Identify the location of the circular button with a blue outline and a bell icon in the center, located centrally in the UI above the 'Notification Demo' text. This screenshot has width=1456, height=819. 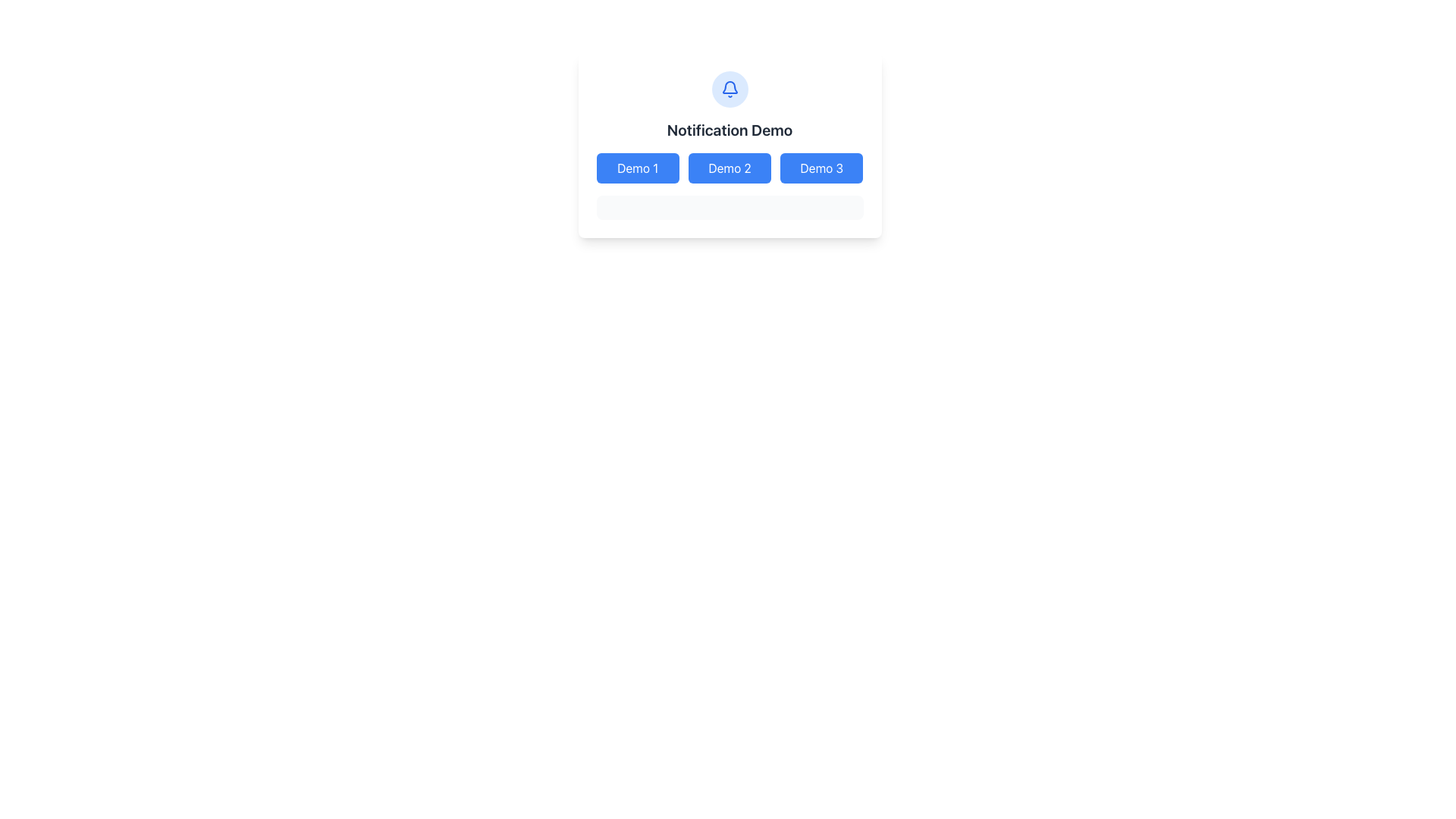
(730, 89).